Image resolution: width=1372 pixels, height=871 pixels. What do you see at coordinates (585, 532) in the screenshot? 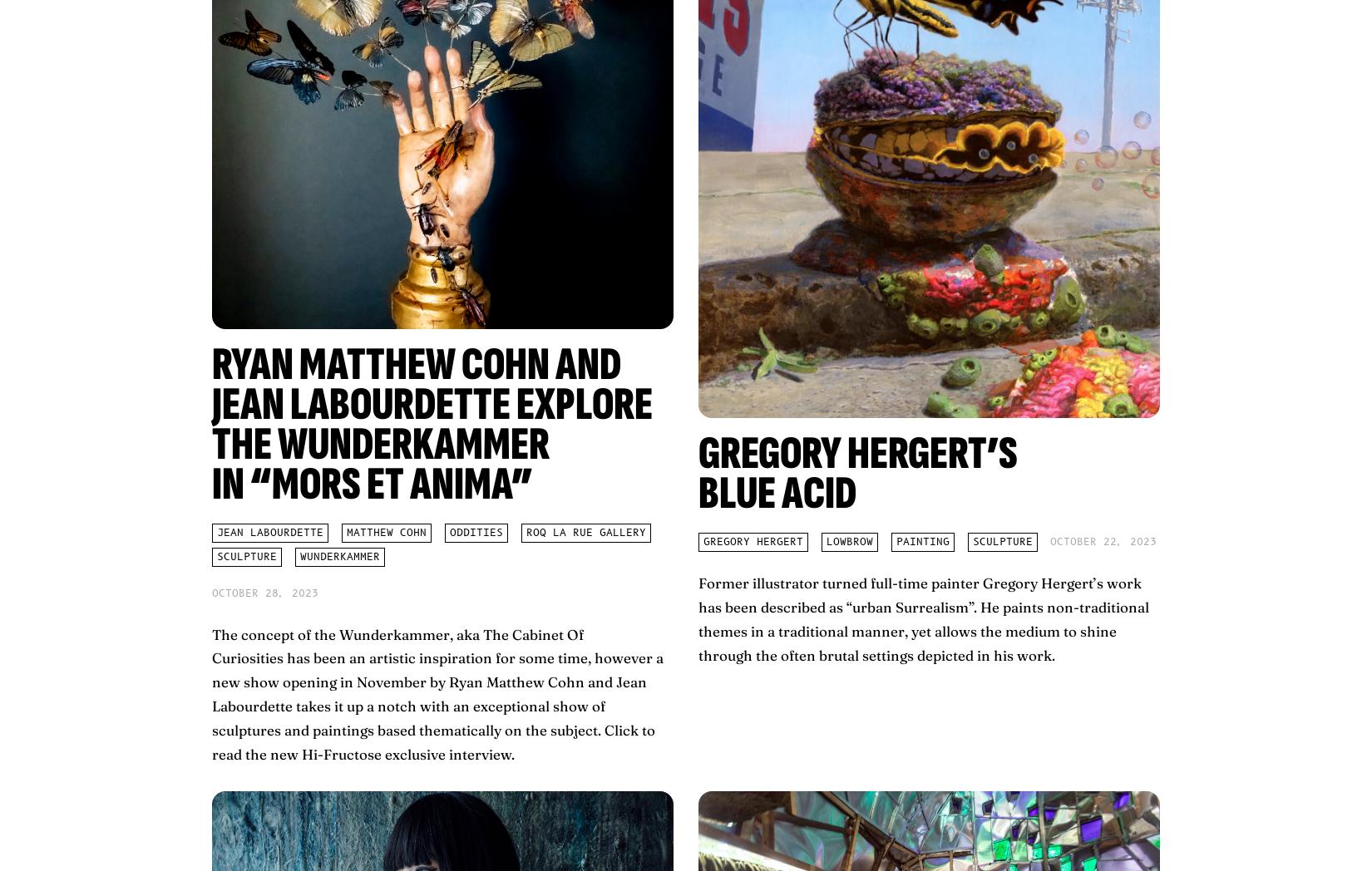
I see `'Roq La Rue Gallery'` at bounding box center [585, 532].